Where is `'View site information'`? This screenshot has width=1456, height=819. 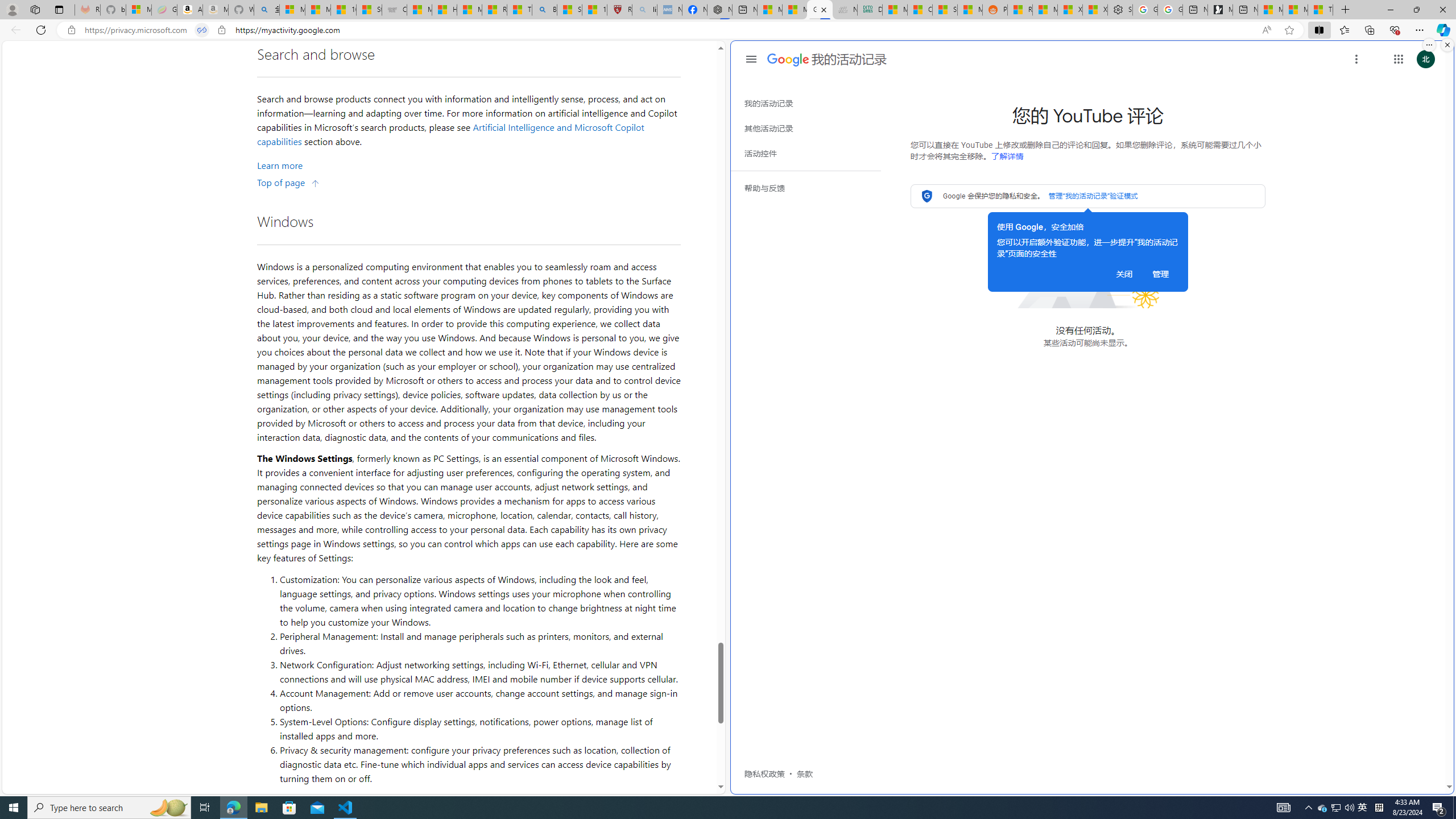 'View site information' is located at coordinates (222, 30).